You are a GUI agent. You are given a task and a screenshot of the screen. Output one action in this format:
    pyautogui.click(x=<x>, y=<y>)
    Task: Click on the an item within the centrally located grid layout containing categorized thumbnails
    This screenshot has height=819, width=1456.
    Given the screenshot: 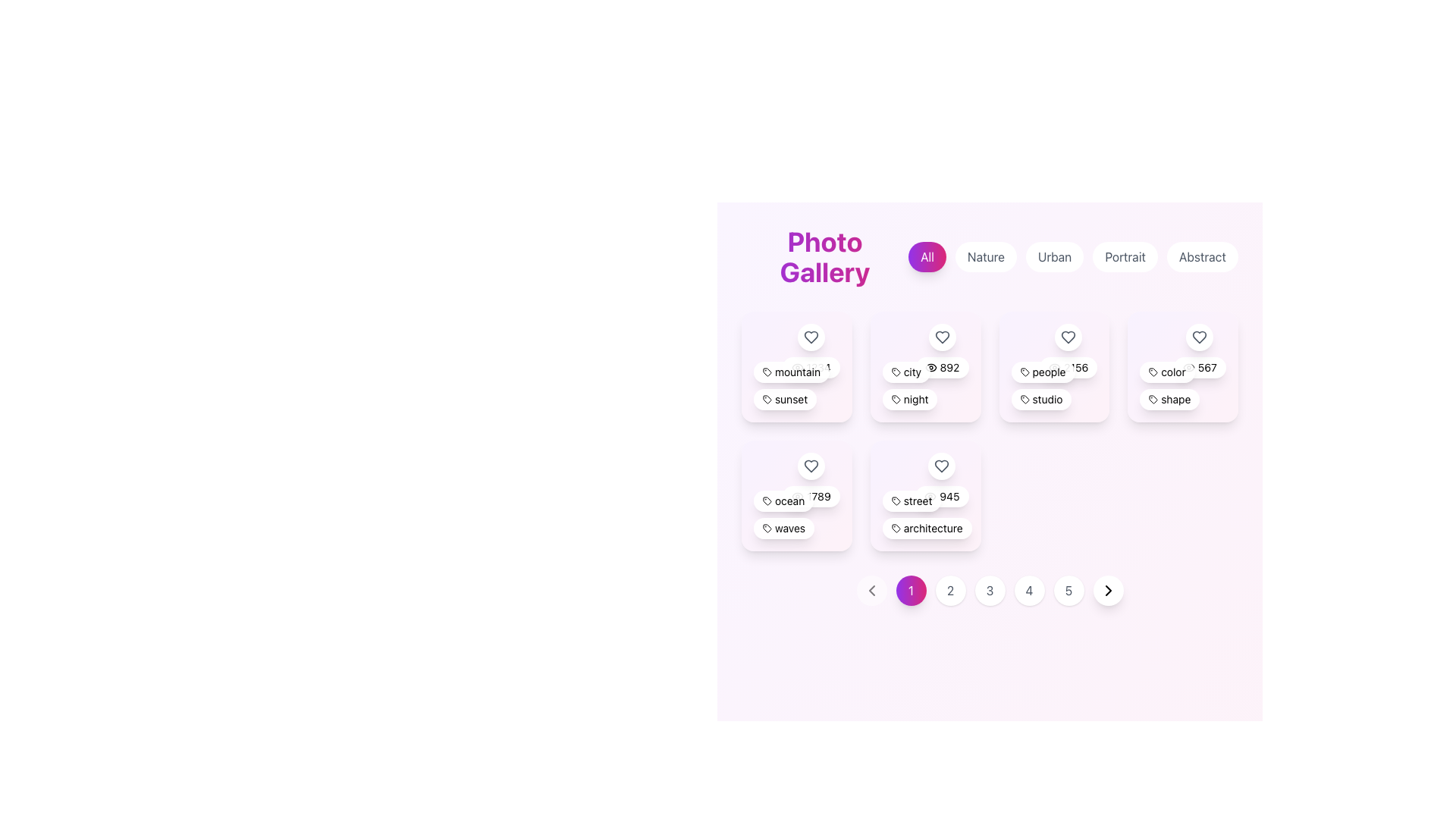 What is the action you would take?
    pyautogui.click(x=990, y=416)
    